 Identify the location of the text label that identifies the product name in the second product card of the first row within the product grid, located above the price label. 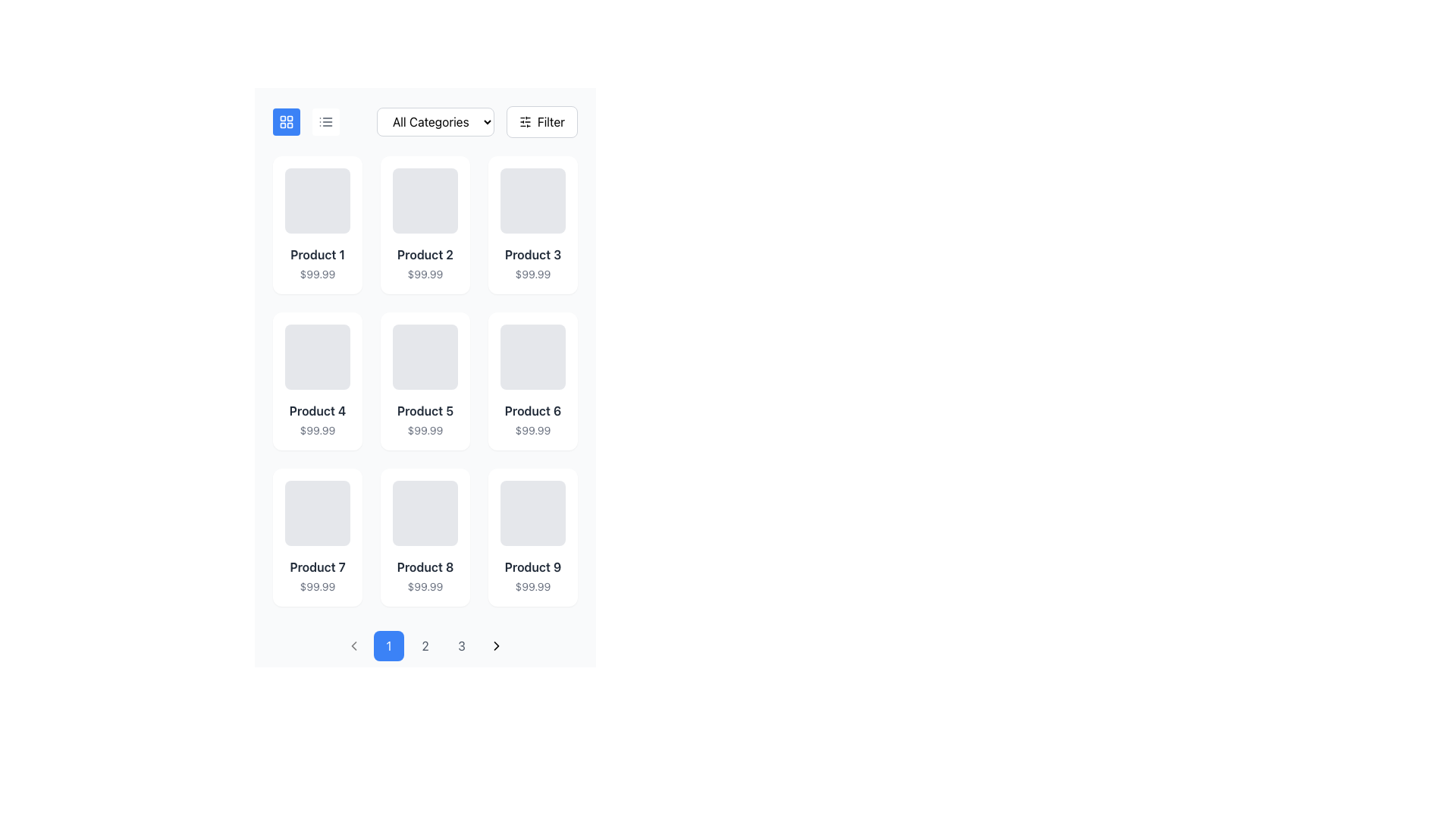
(425, 253).